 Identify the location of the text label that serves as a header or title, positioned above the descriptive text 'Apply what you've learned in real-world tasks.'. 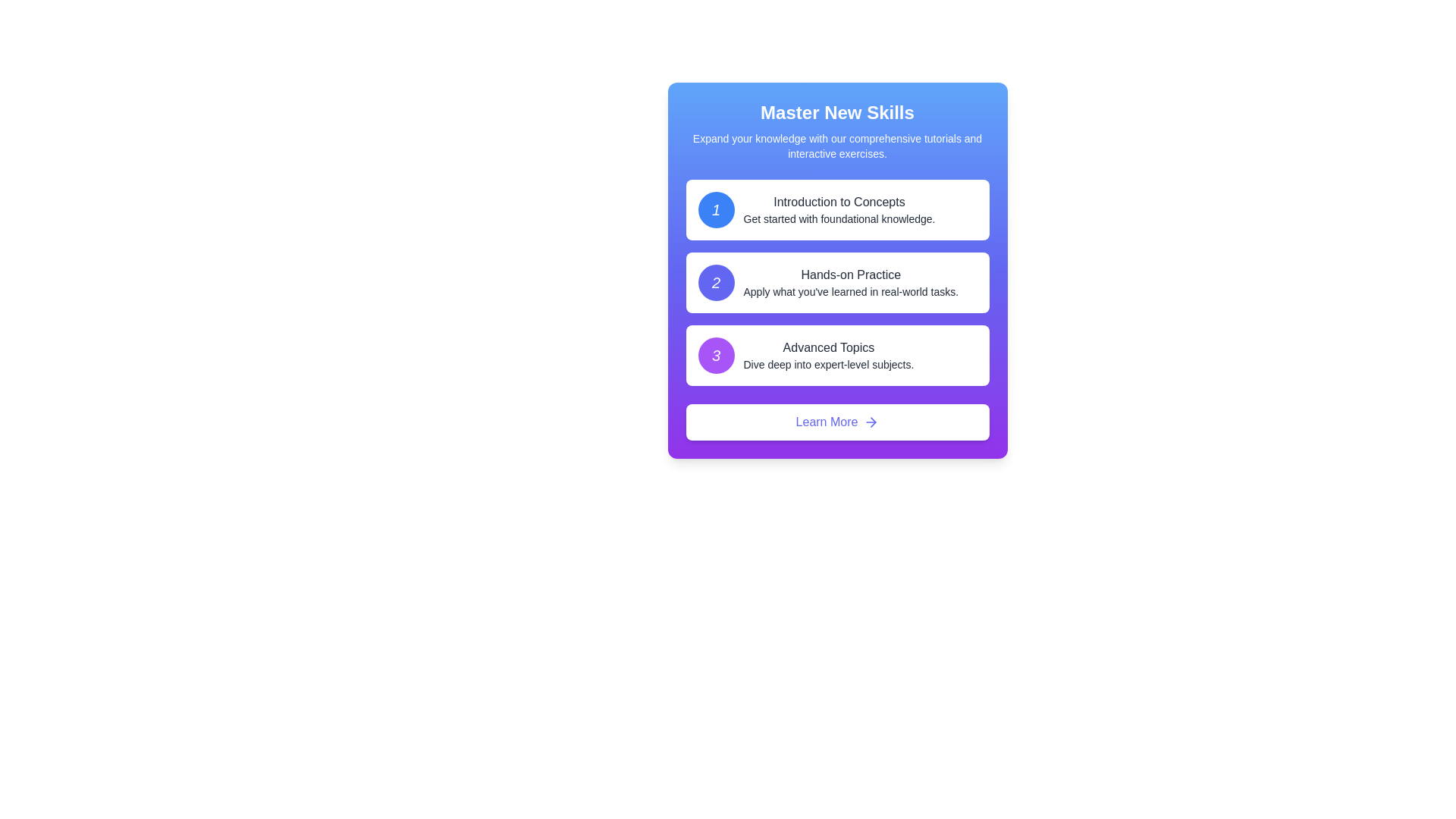
(851, 275).